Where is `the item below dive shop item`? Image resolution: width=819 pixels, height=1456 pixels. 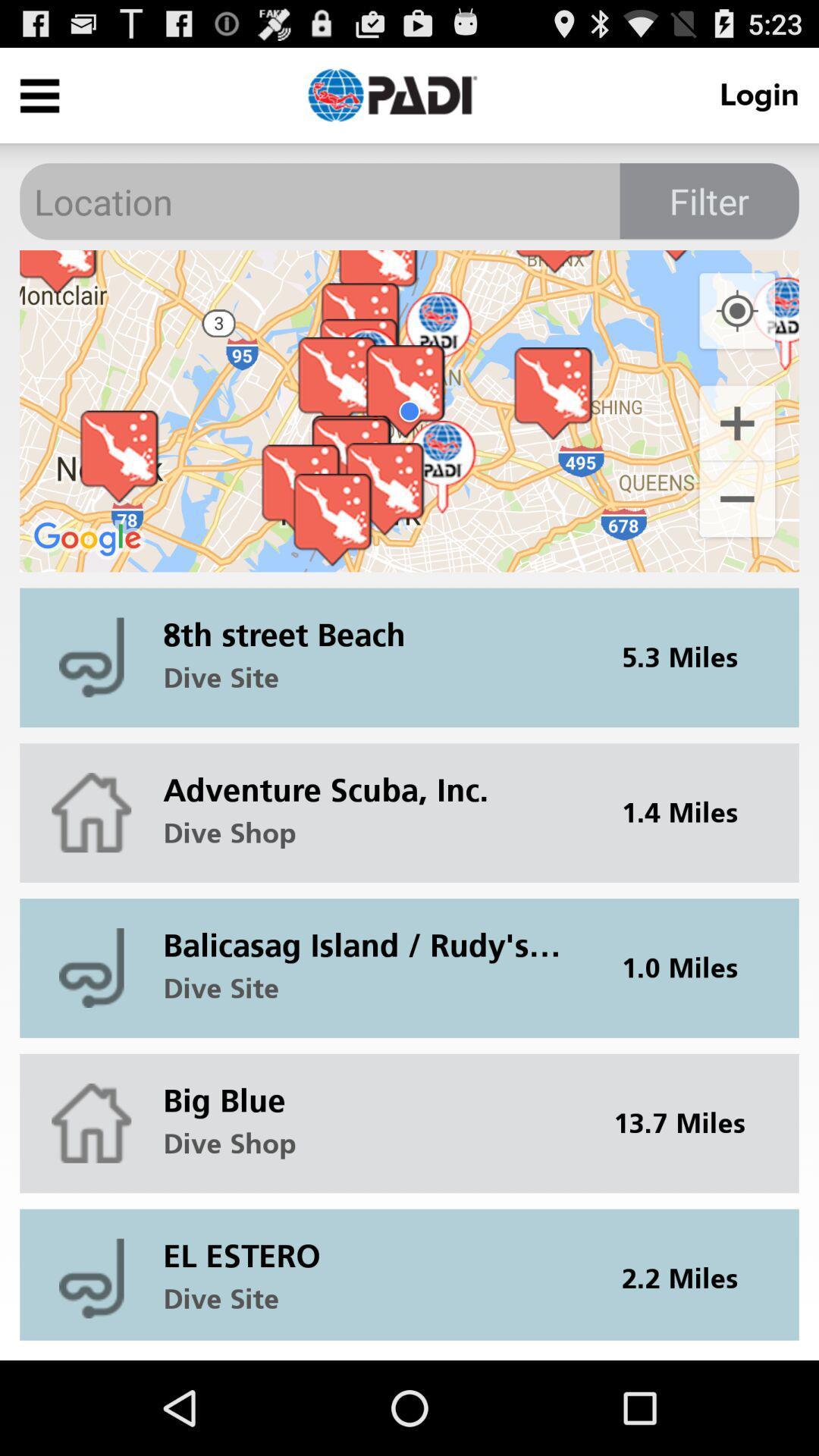 the item below dive shop item is located at coordinates (372, 933).